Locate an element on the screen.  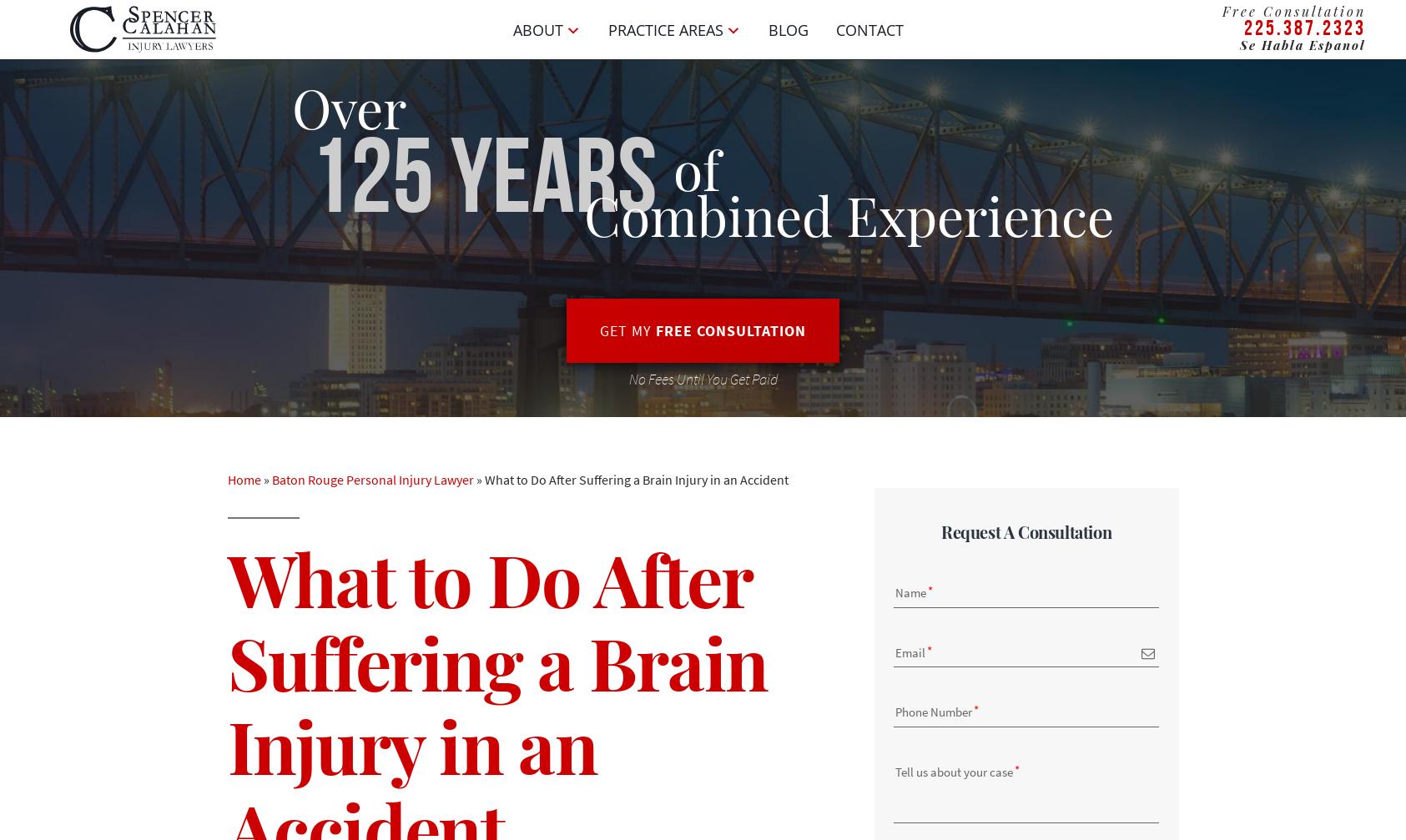
'Practice Areas' is located at coordinates (665, 29).